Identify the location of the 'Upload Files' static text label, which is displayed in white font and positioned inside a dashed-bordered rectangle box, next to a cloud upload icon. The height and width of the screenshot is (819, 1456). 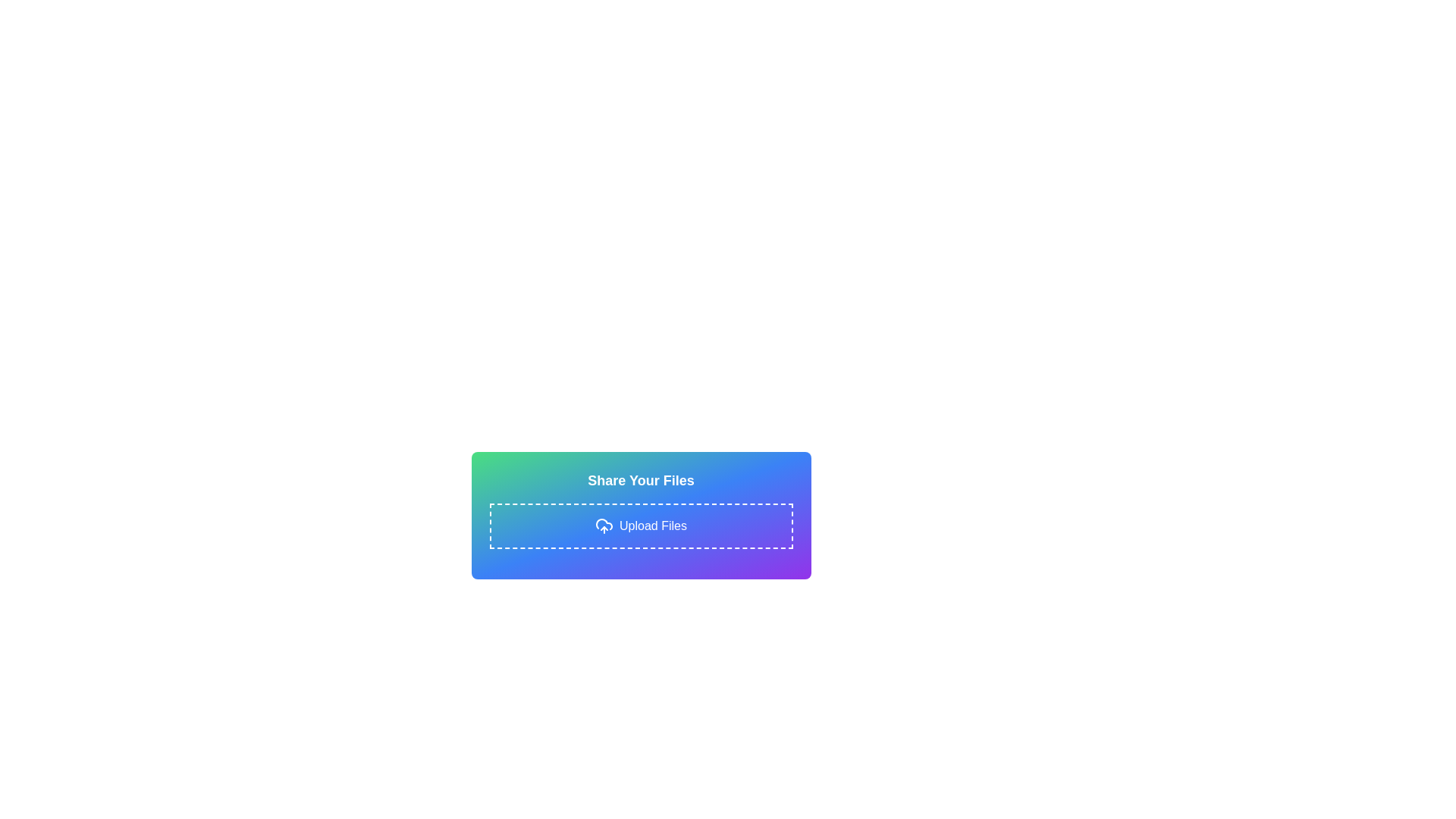
(653, 526).